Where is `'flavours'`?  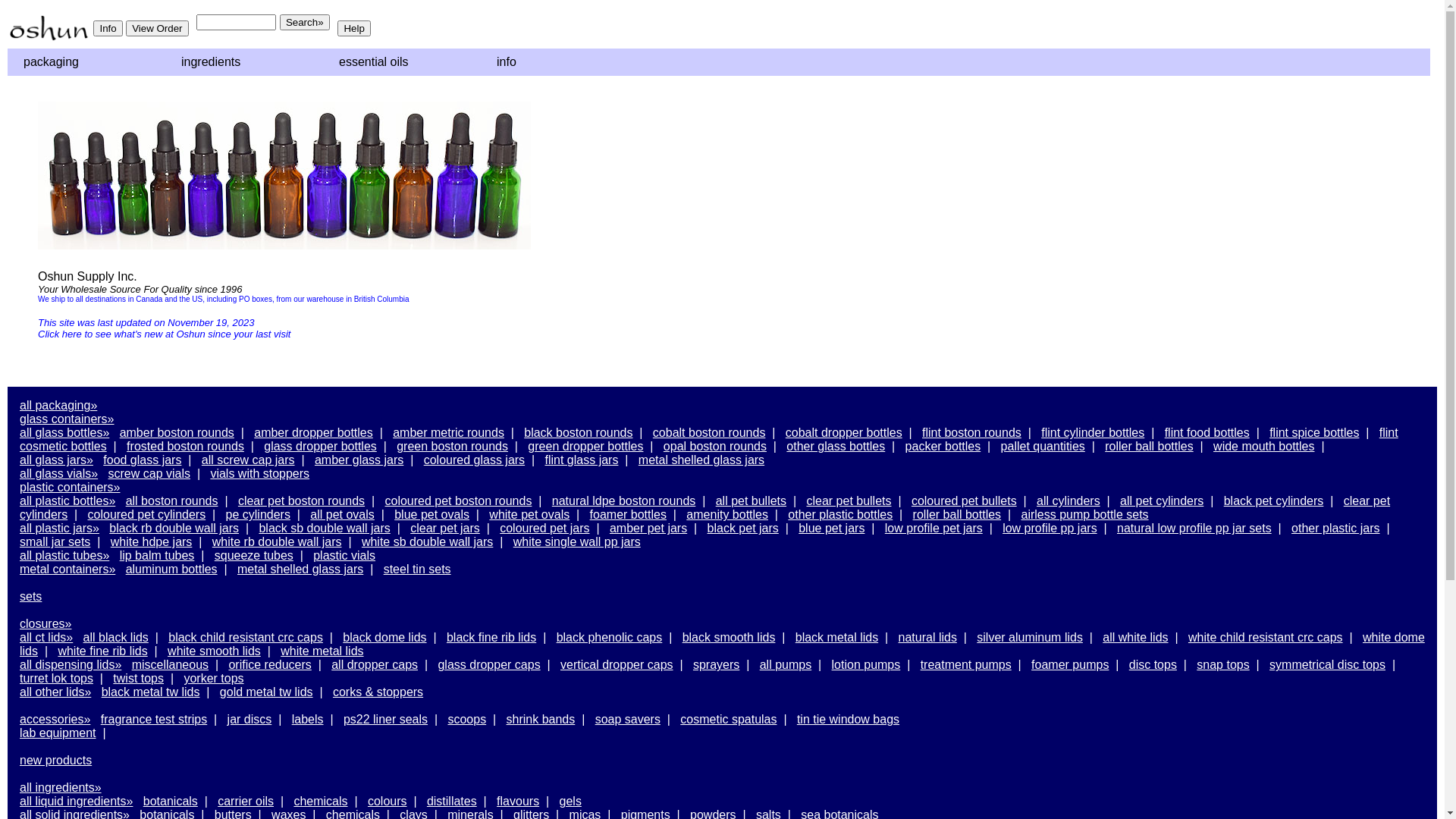 'flavours' is located at coordinates (517, 800).